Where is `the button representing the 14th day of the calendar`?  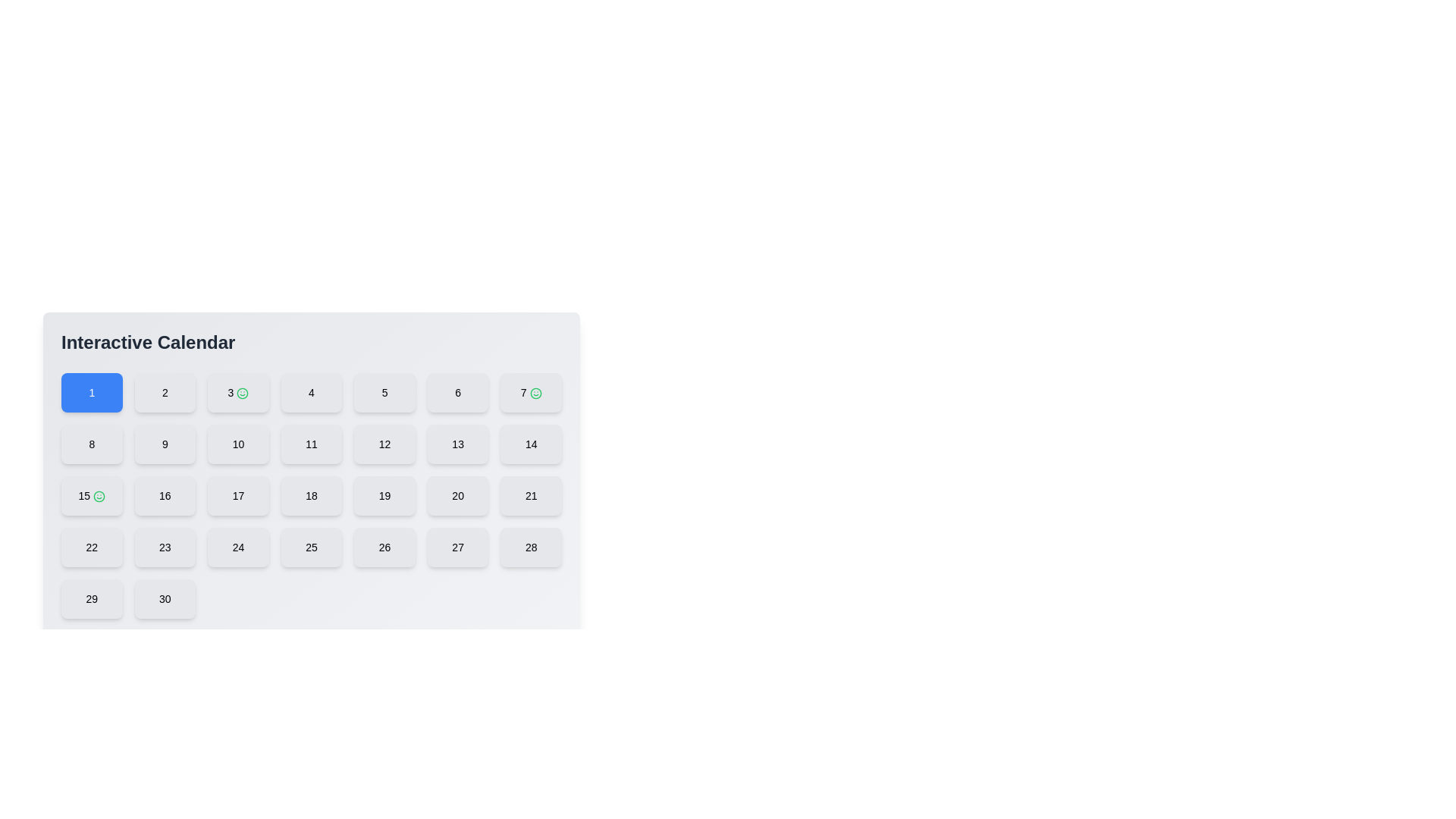
the button representing the 14th day of the calendar is located at coordinates (531, 444).